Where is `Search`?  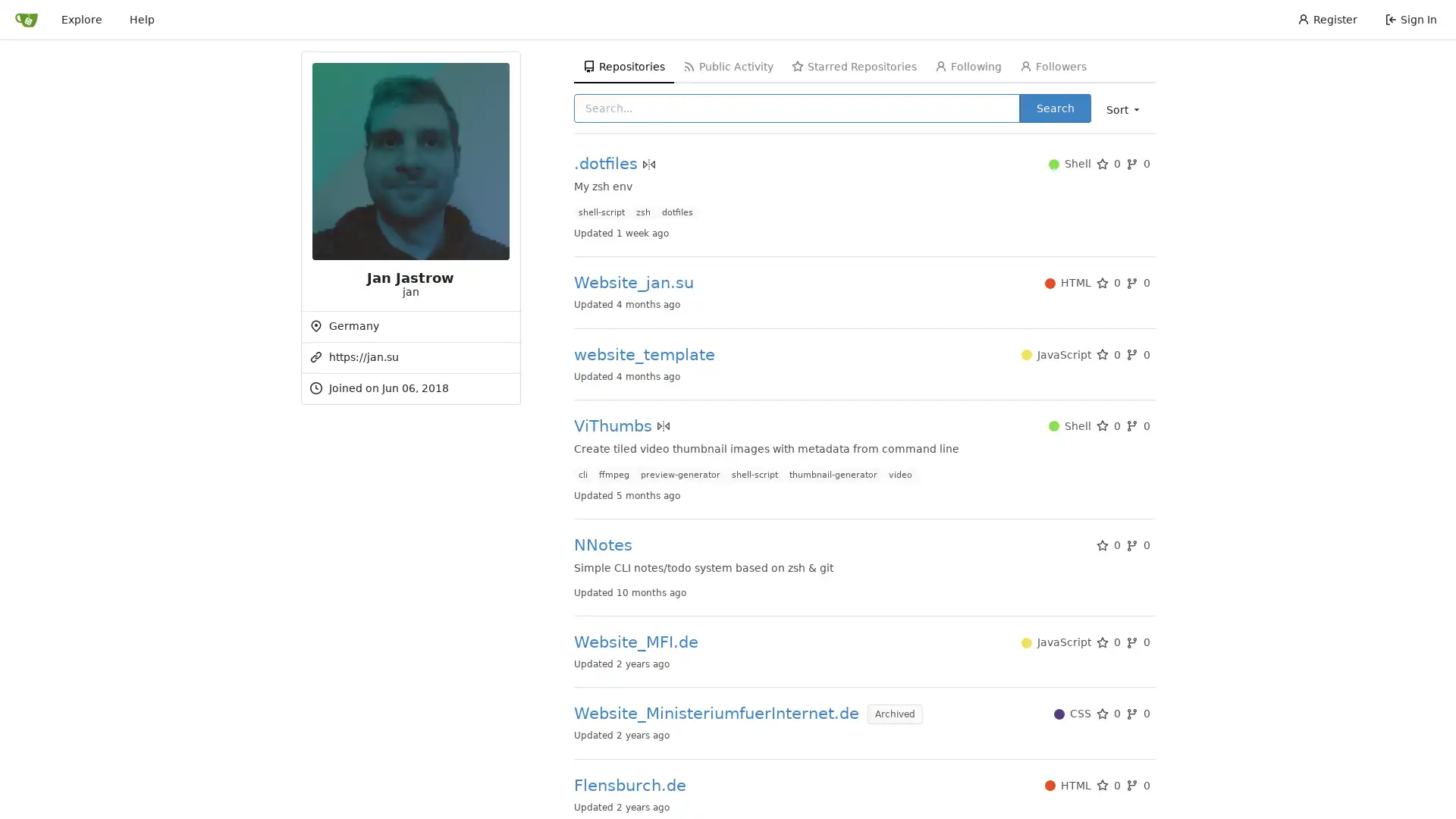 Search is located at coordinates (1054, 107).